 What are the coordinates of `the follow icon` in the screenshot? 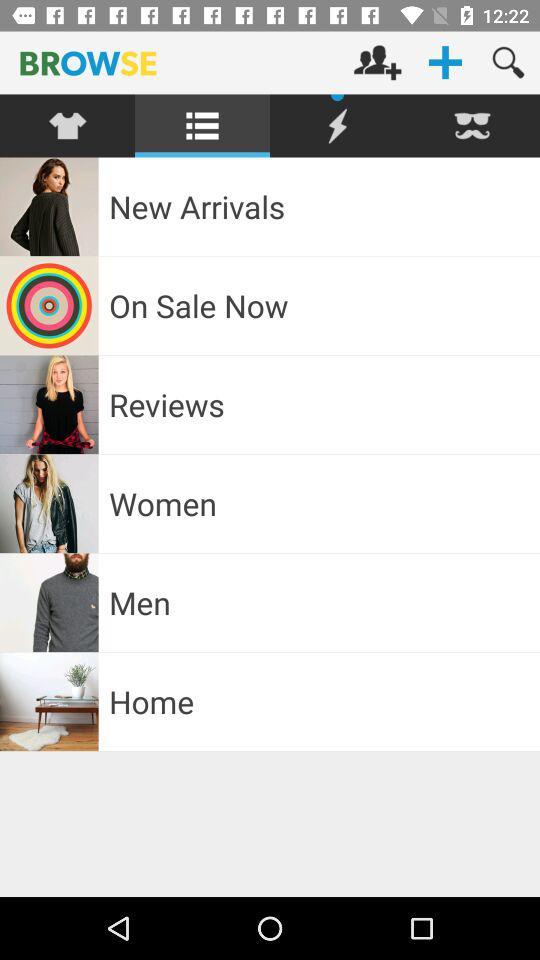 It's located at (377, 62).